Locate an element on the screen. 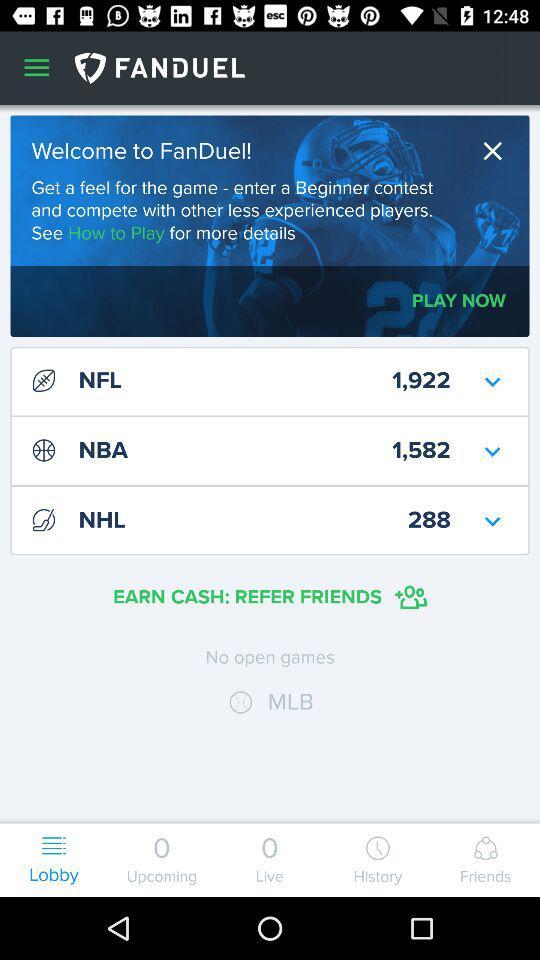 This screenshot has height=960, width=540. to close the video is located at coordinates (496, 150).